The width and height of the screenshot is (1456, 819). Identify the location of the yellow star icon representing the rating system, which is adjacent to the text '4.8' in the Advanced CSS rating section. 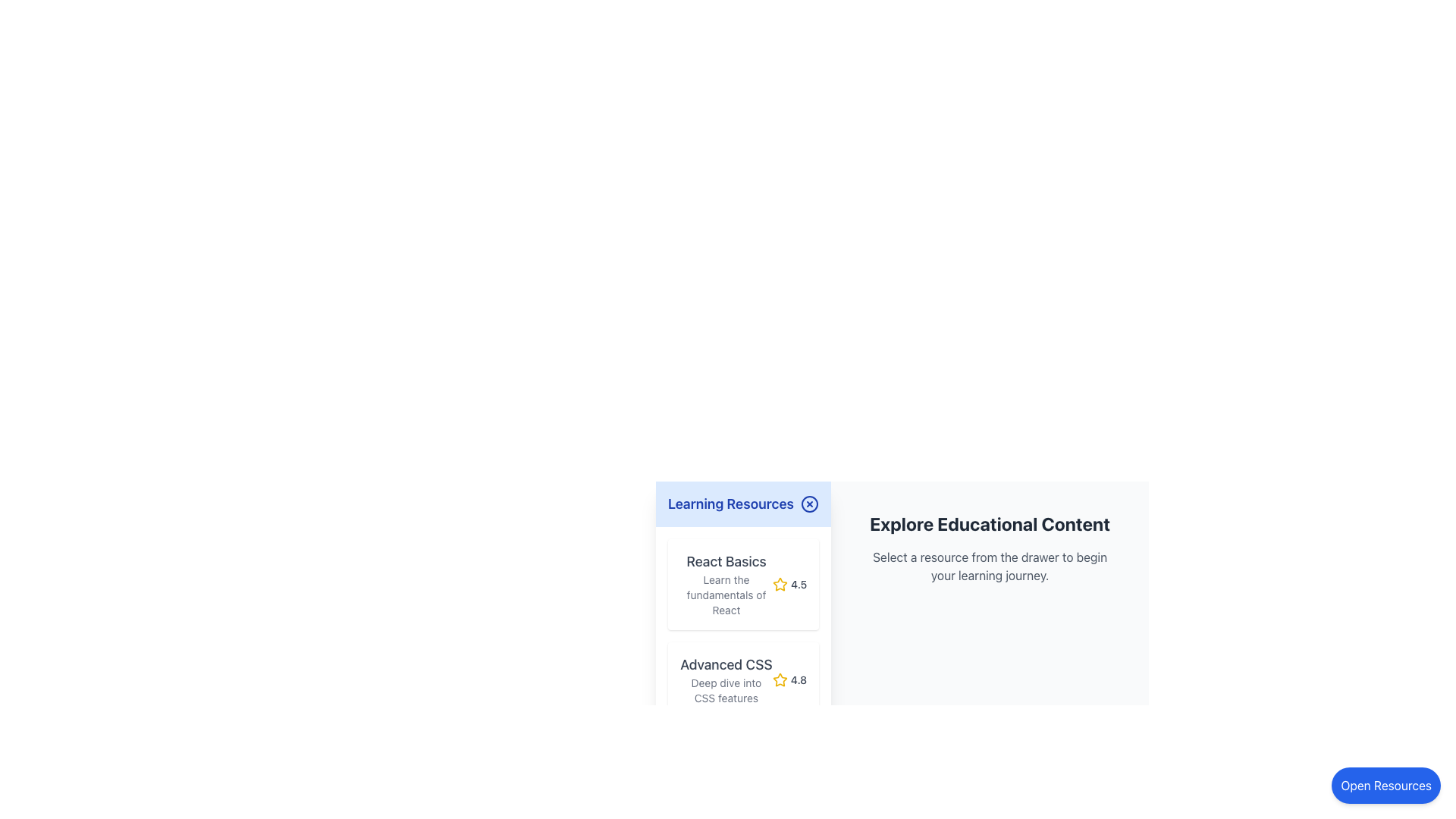
(780, 679).